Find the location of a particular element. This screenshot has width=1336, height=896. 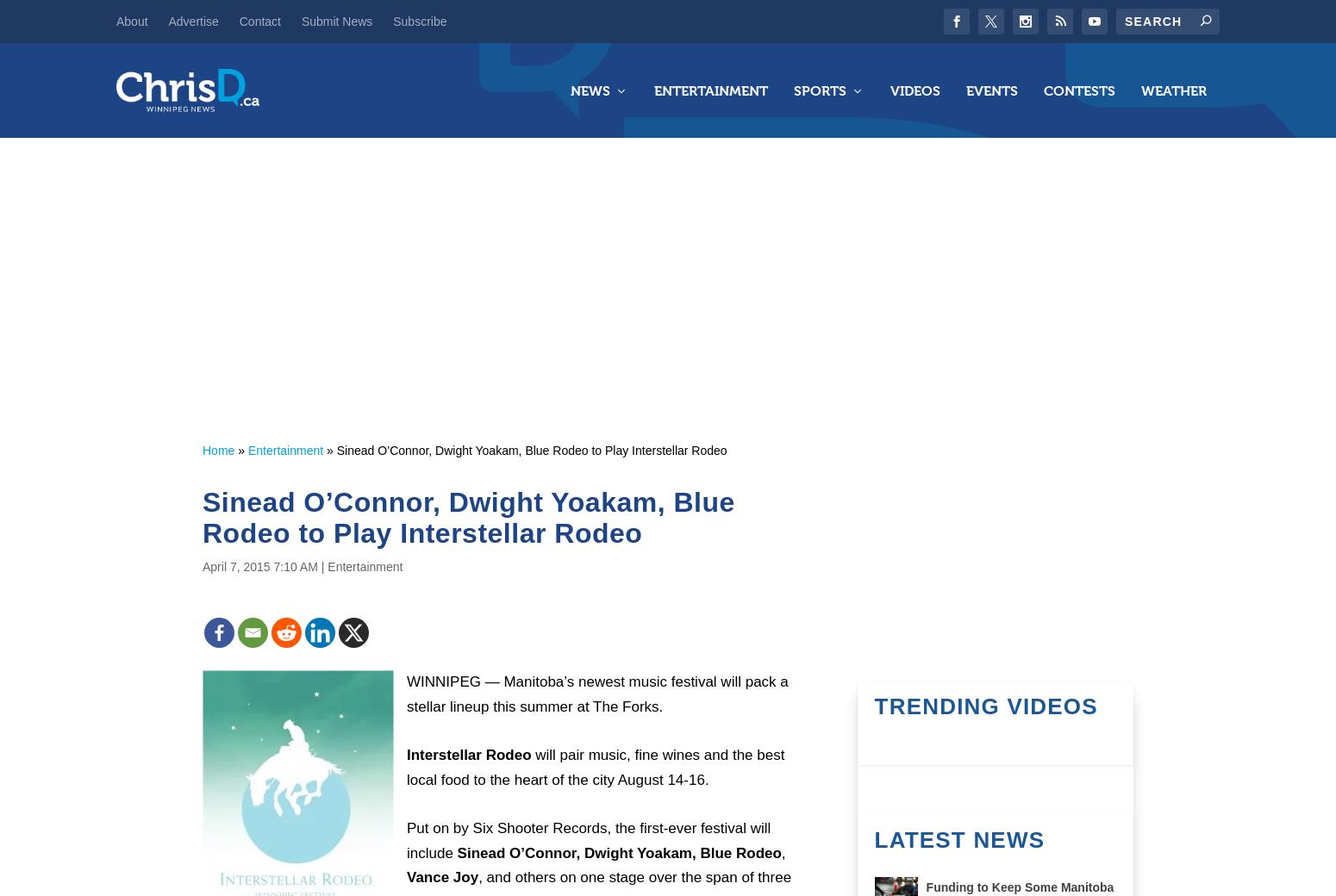

'Vance Joy' is located at coordinates (441, 876).